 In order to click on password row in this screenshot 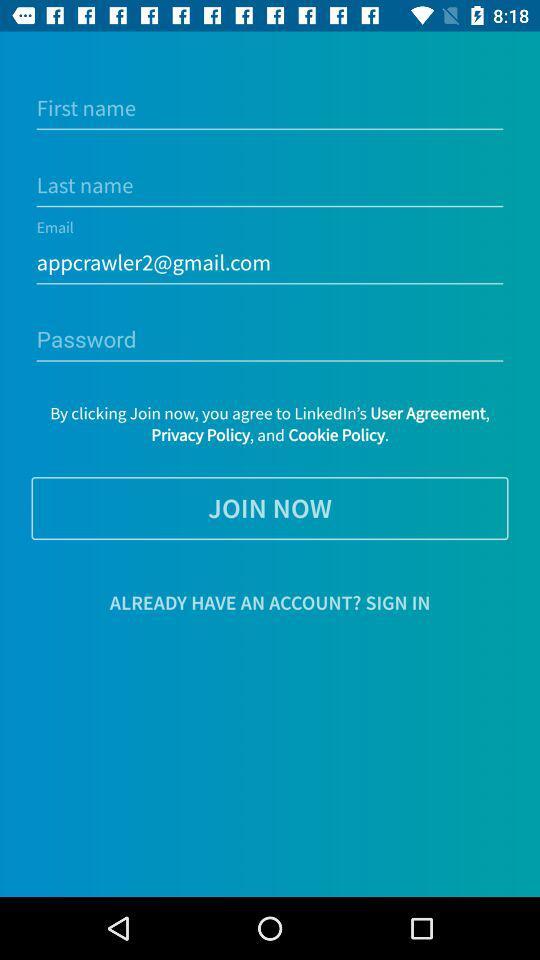, I will do `click(270, 340)`.